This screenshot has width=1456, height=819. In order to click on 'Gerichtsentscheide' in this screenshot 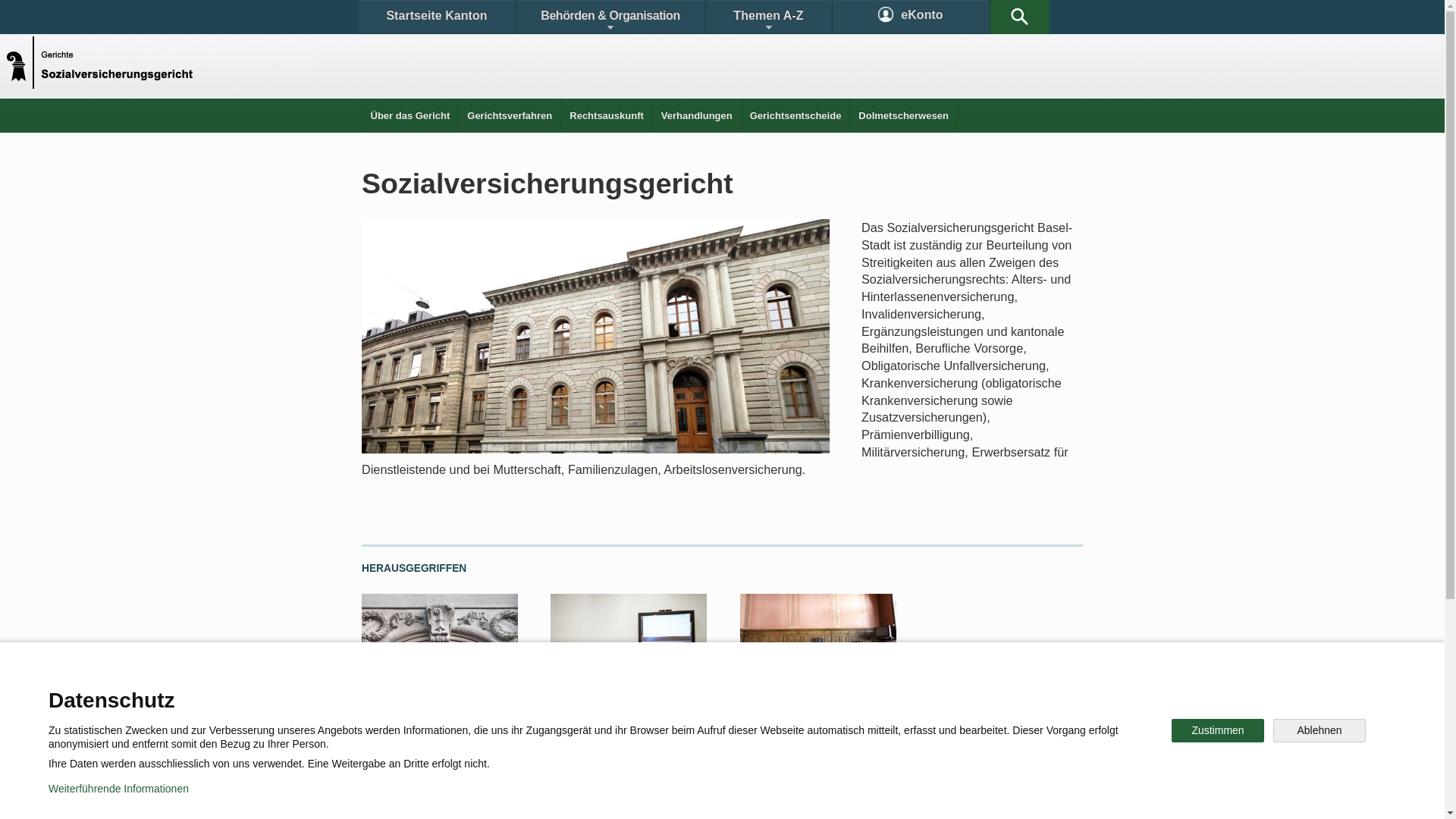, I will do `click(795, 115)`.